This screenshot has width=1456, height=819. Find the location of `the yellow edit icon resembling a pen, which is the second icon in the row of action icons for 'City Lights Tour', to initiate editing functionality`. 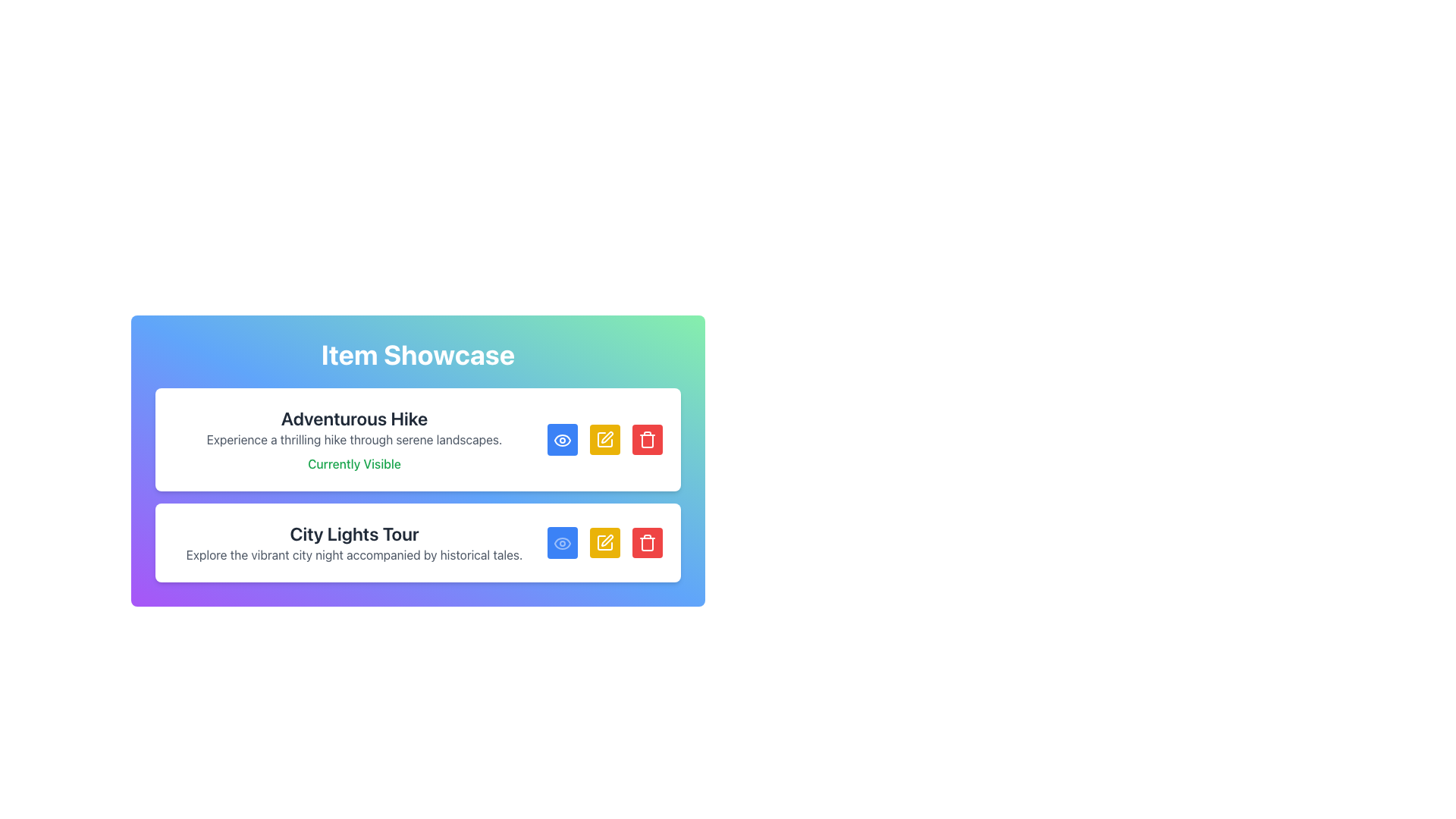

the yellow edit icon resembling a pen, which is the second icon in the row of action icons for 'City Lights Tour', to initiate editing functionality is located at coordinates (604, 542).